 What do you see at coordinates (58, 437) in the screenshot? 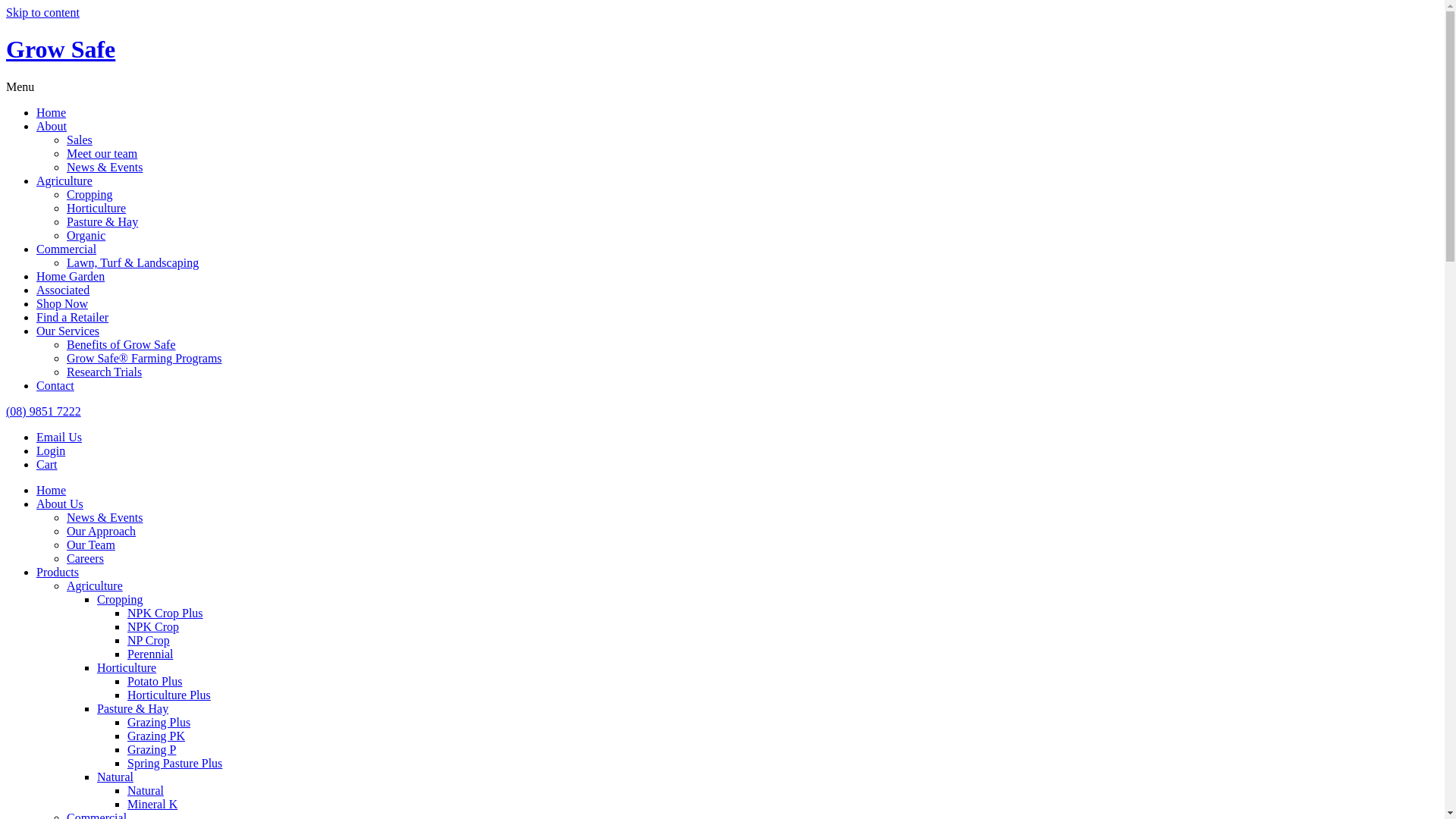
I see `'Email Us'` at bounding box center [58, 437].